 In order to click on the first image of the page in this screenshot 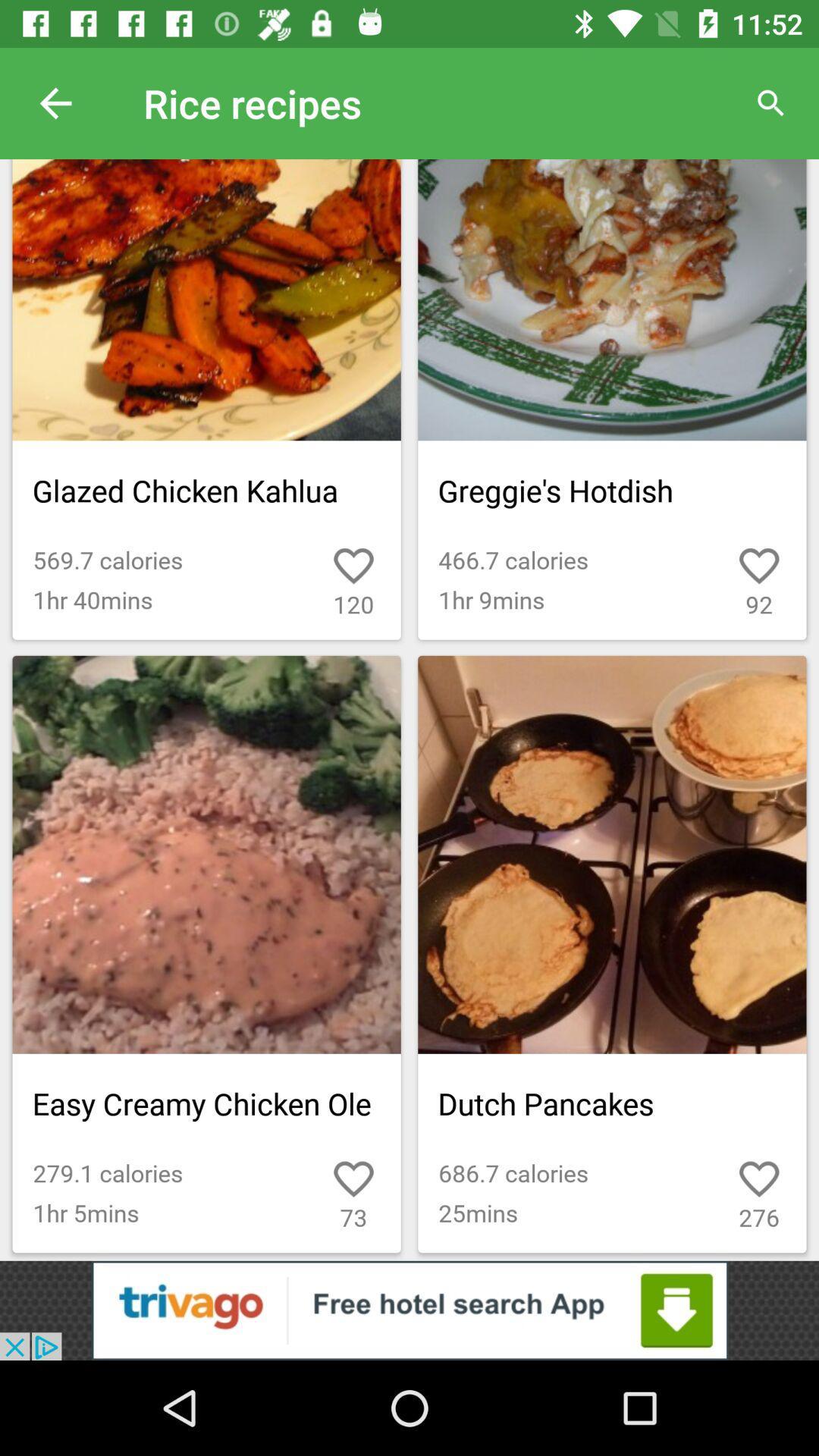, I will do `click(207, 400)`.